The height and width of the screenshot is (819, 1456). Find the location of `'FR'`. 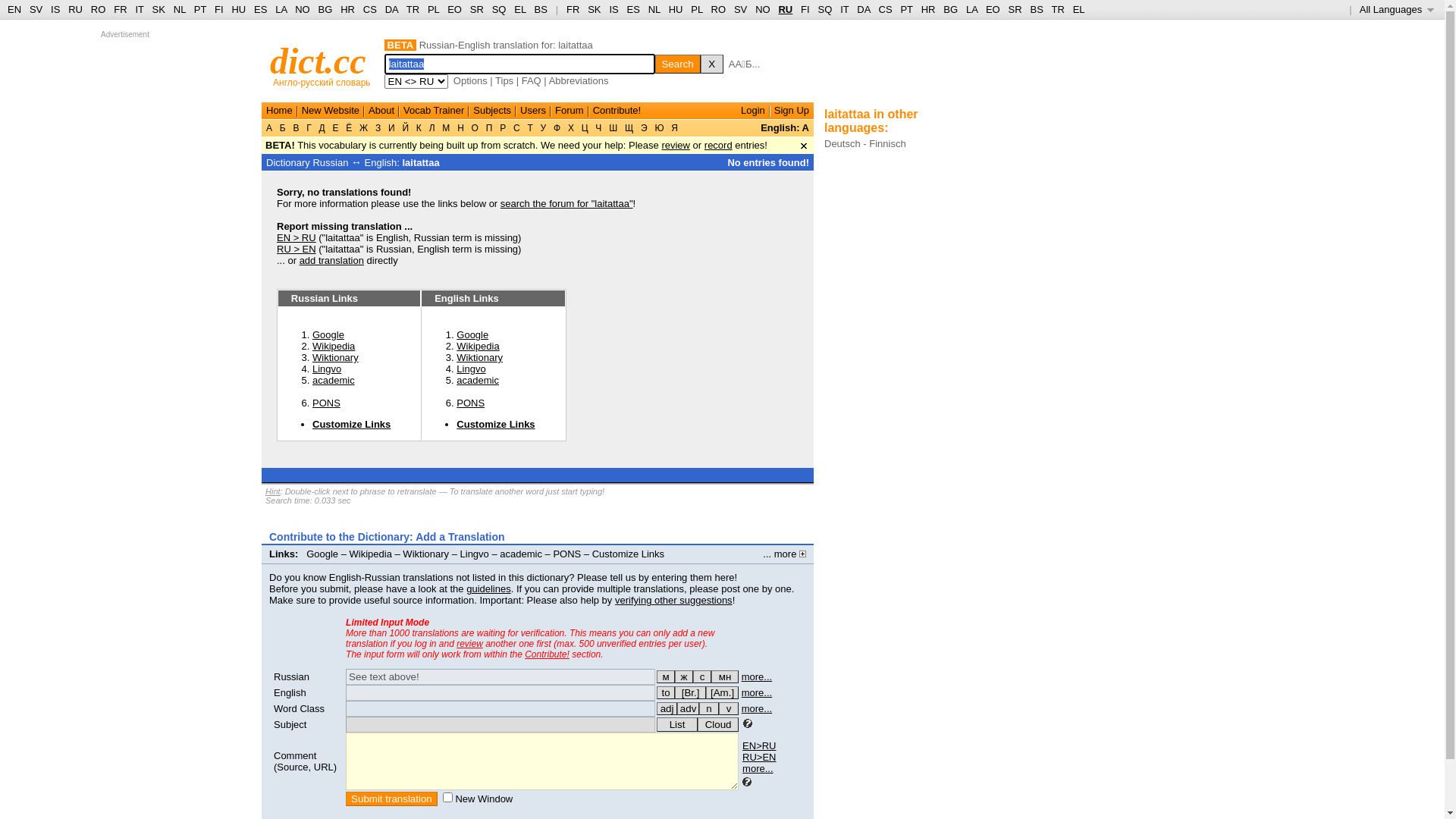

'FR' is located at coordinates (572, 9).